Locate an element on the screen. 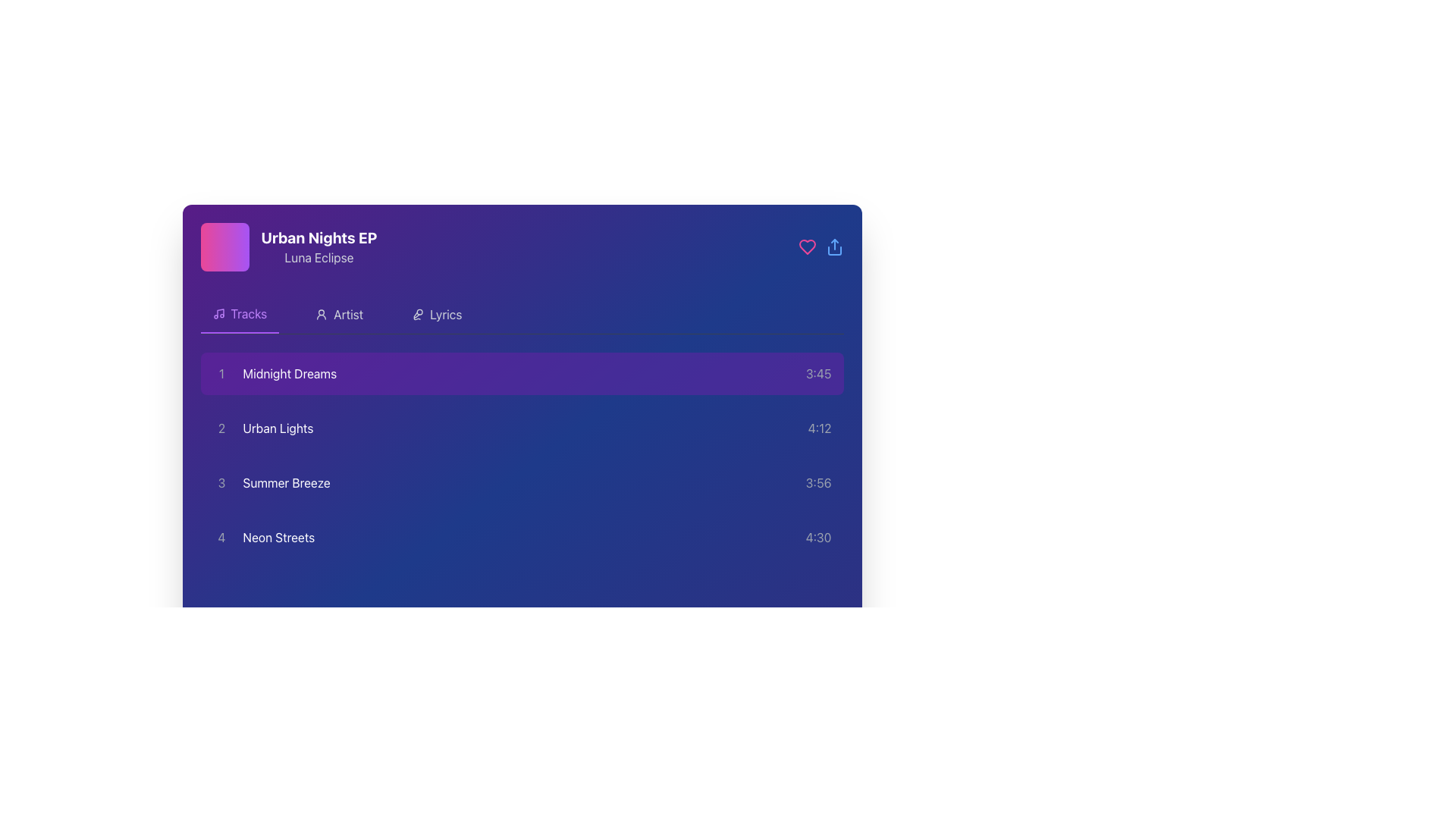 The image size is (1456, 819). the 'Tracks' text label in the navigation tab is located at coordinates (249, 312).